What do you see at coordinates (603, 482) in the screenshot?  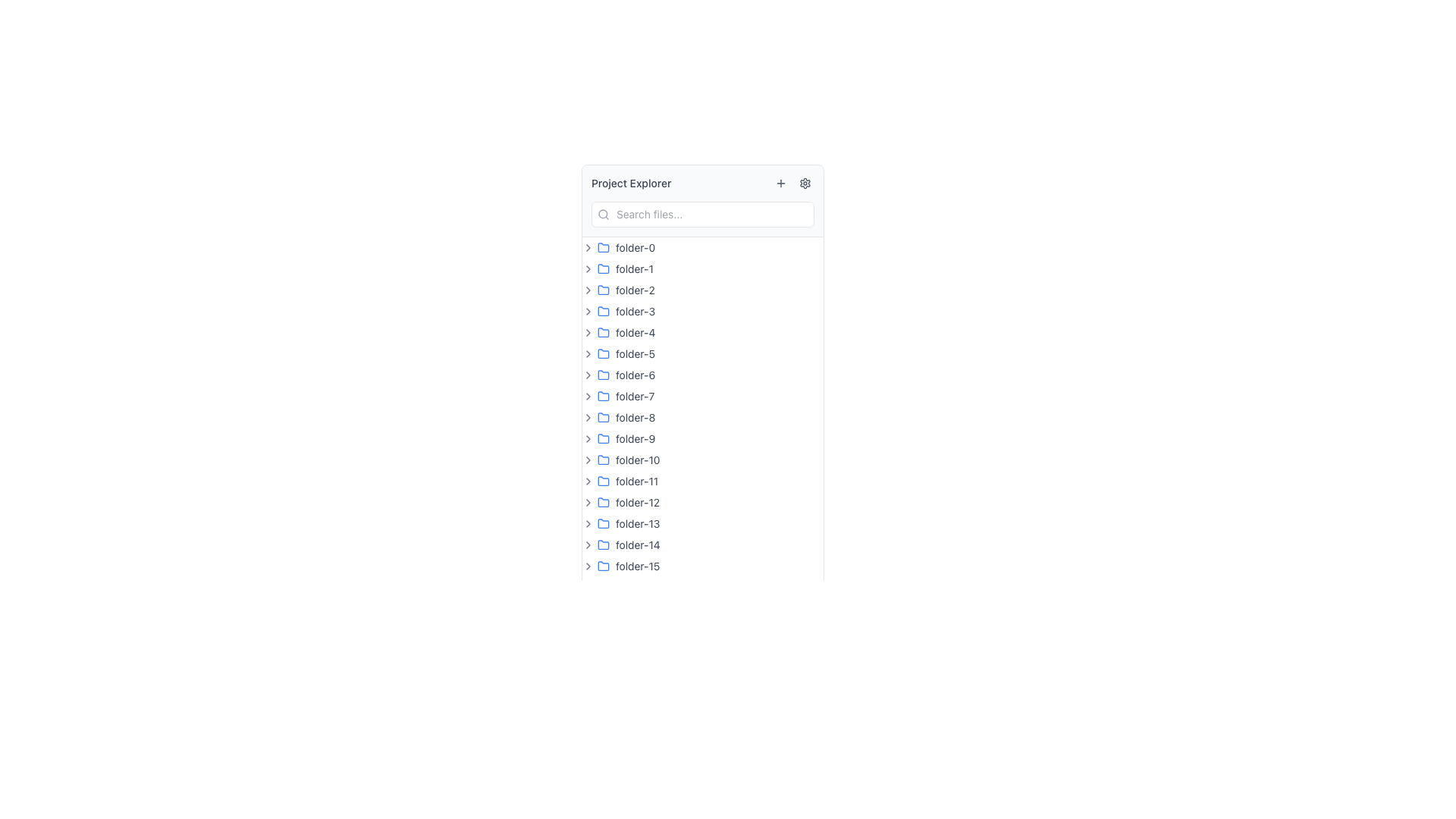 I see `the folder icon located in the Project Explorer section, which represents a navigable file directory for 'folder-11'` at bounding box center [603, 482].